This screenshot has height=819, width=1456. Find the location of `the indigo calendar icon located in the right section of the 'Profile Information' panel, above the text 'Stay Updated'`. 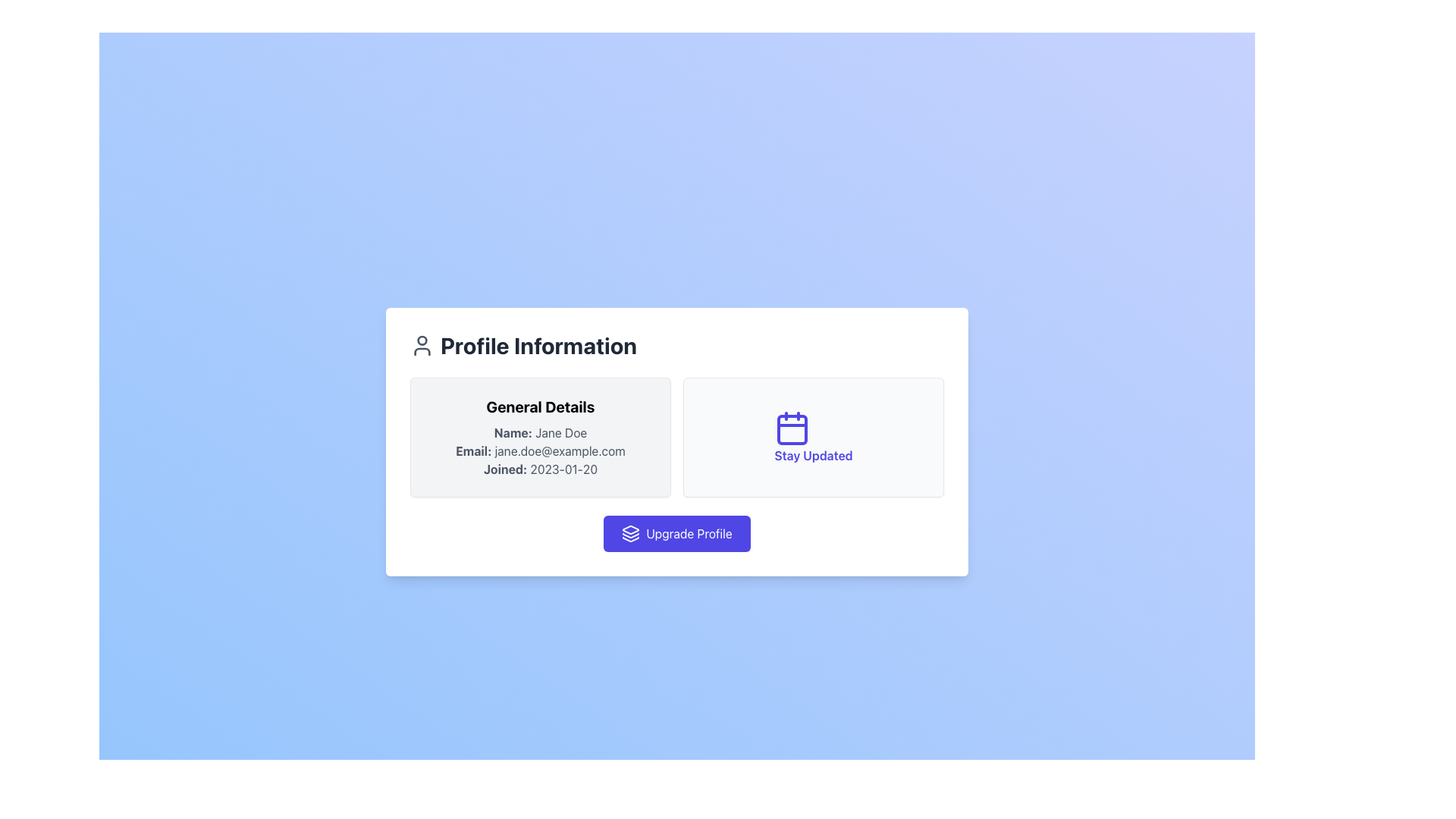

the indigo calendar icon located in the right section of the 'Profile Information' panel, above the text 'Stay Updated' is located at coordinates (792, 428).